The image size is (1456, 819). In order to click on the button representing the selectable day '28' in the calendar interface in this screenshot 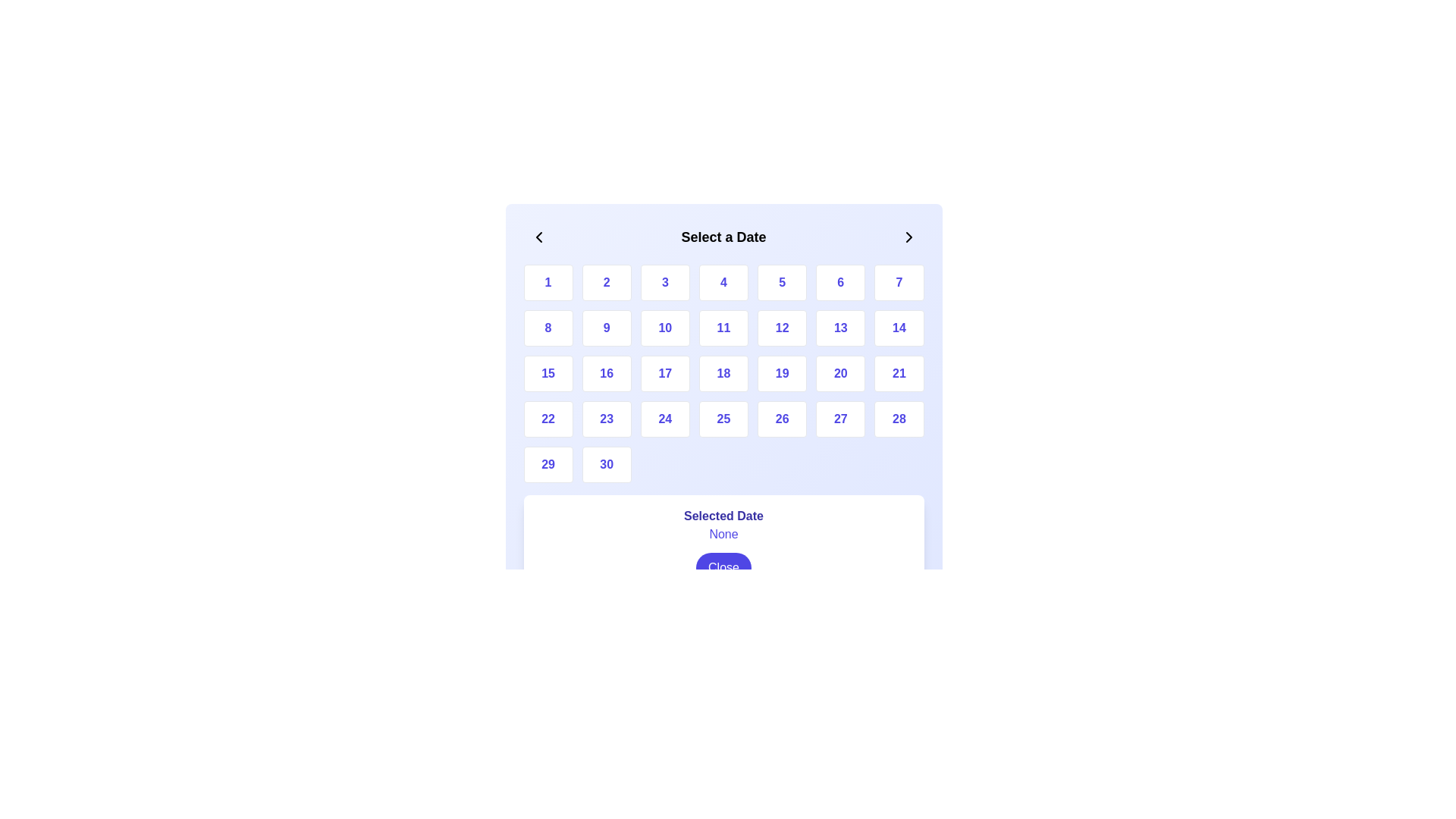, I will do `click(899, 419)`.